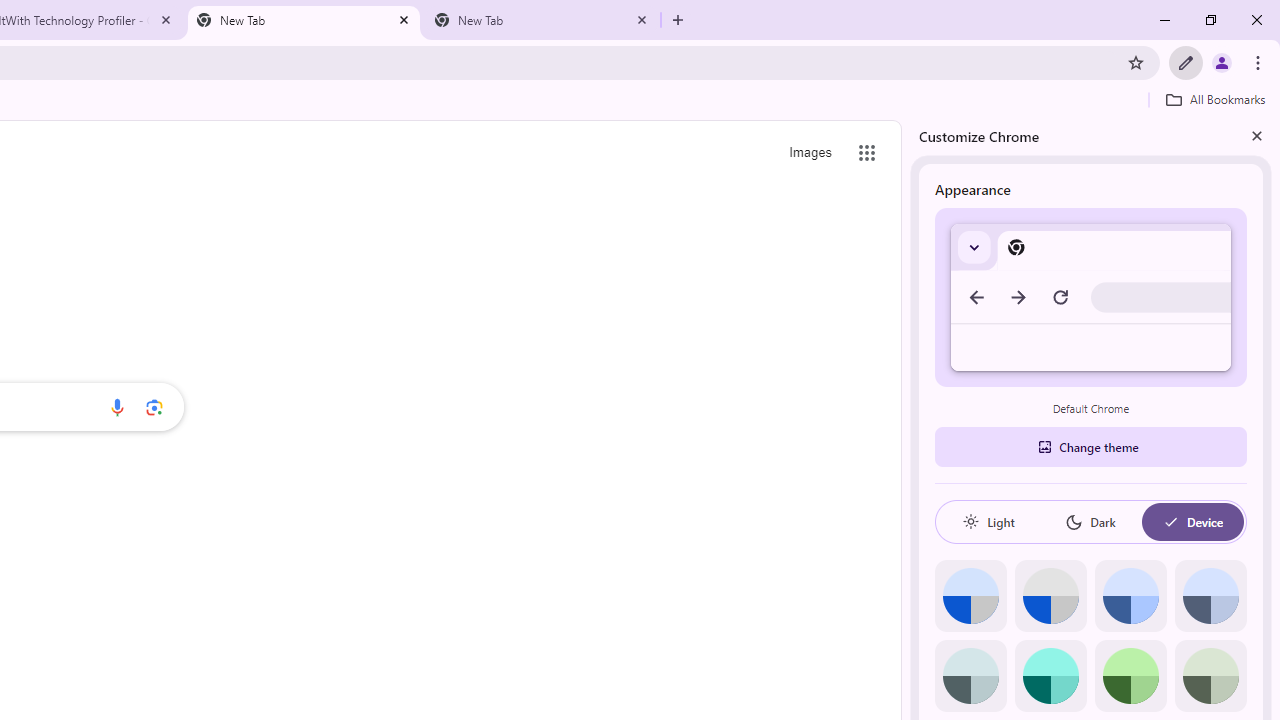 The width and height of the screenshot is (1280, 720). Describe the element at coordinates (1049, 675) in the screenshot. I see `'Aqua'` at that location.